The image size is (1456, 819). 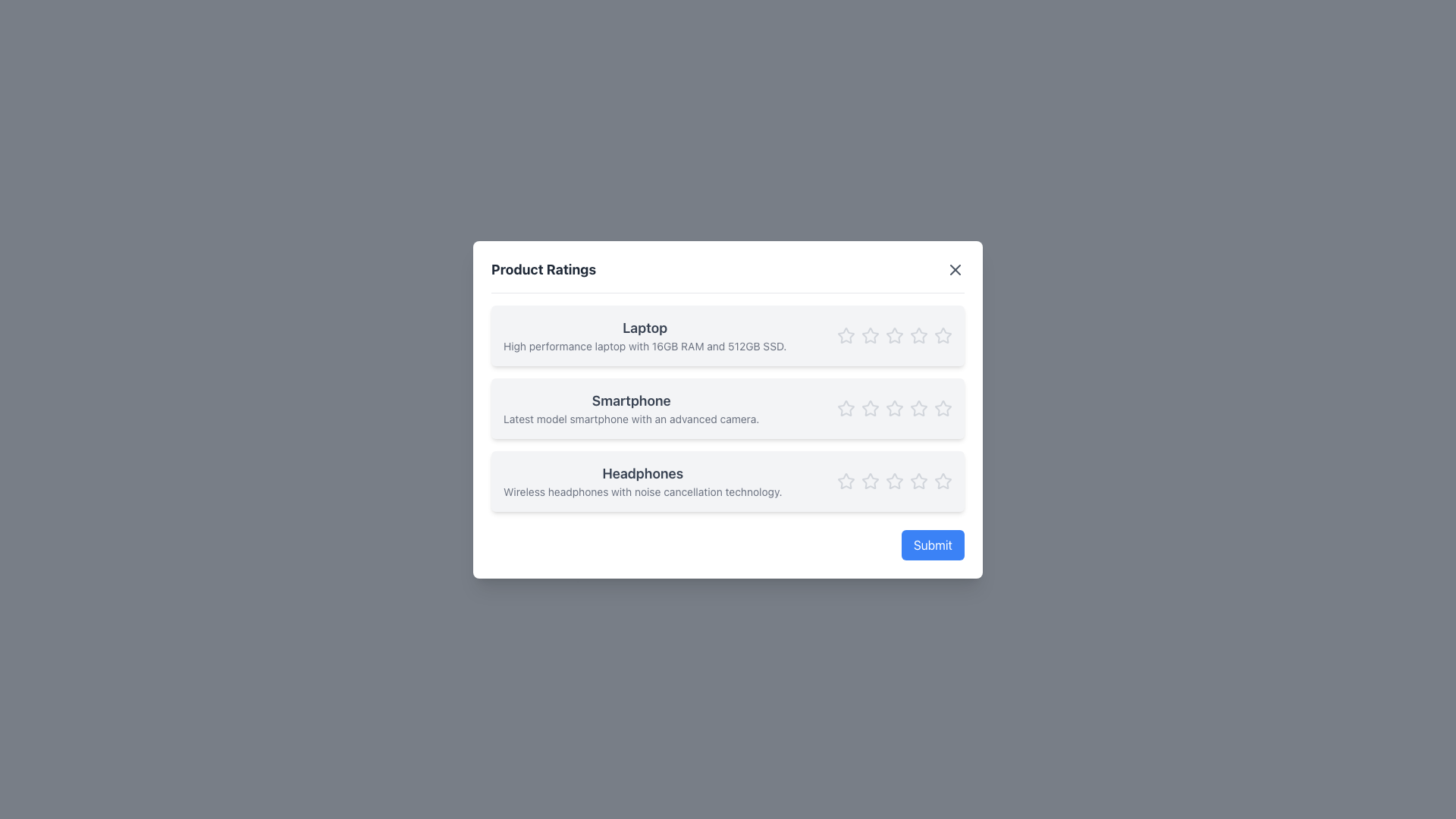 I want to click on the sixth Interactive Star Icon in the rating system for the 'Laptop' category, so click(x=942, y=334).